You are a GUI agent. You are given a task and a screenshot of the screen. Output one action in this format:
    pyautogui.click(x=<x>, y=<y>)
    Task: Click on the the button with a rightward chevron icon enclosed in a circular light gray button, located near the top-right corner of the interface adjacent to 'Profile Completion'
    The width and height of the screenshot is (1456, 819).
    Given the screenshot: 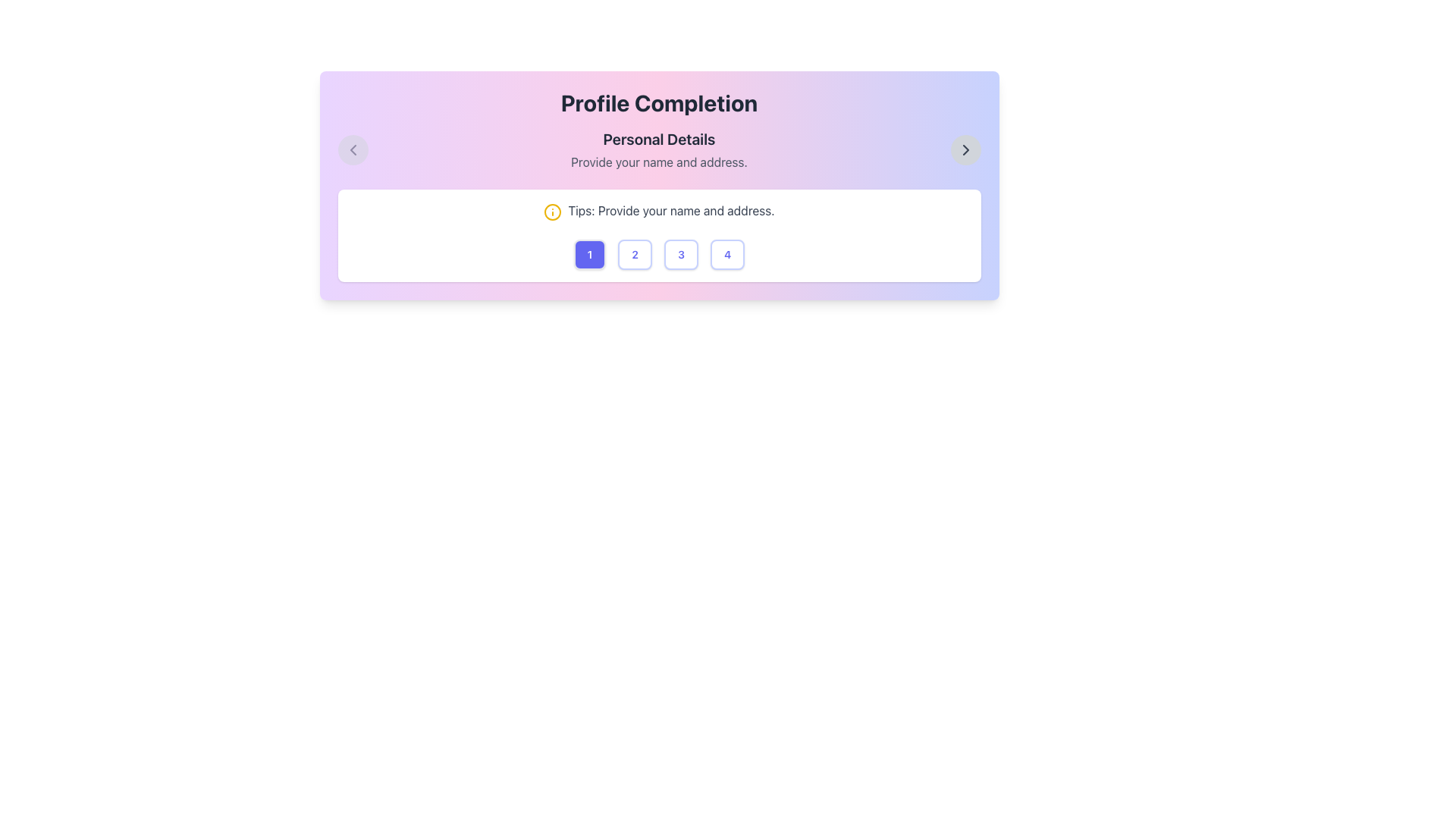 What is the action you would take?
    pyautogui.click(x=965, y=149)
    